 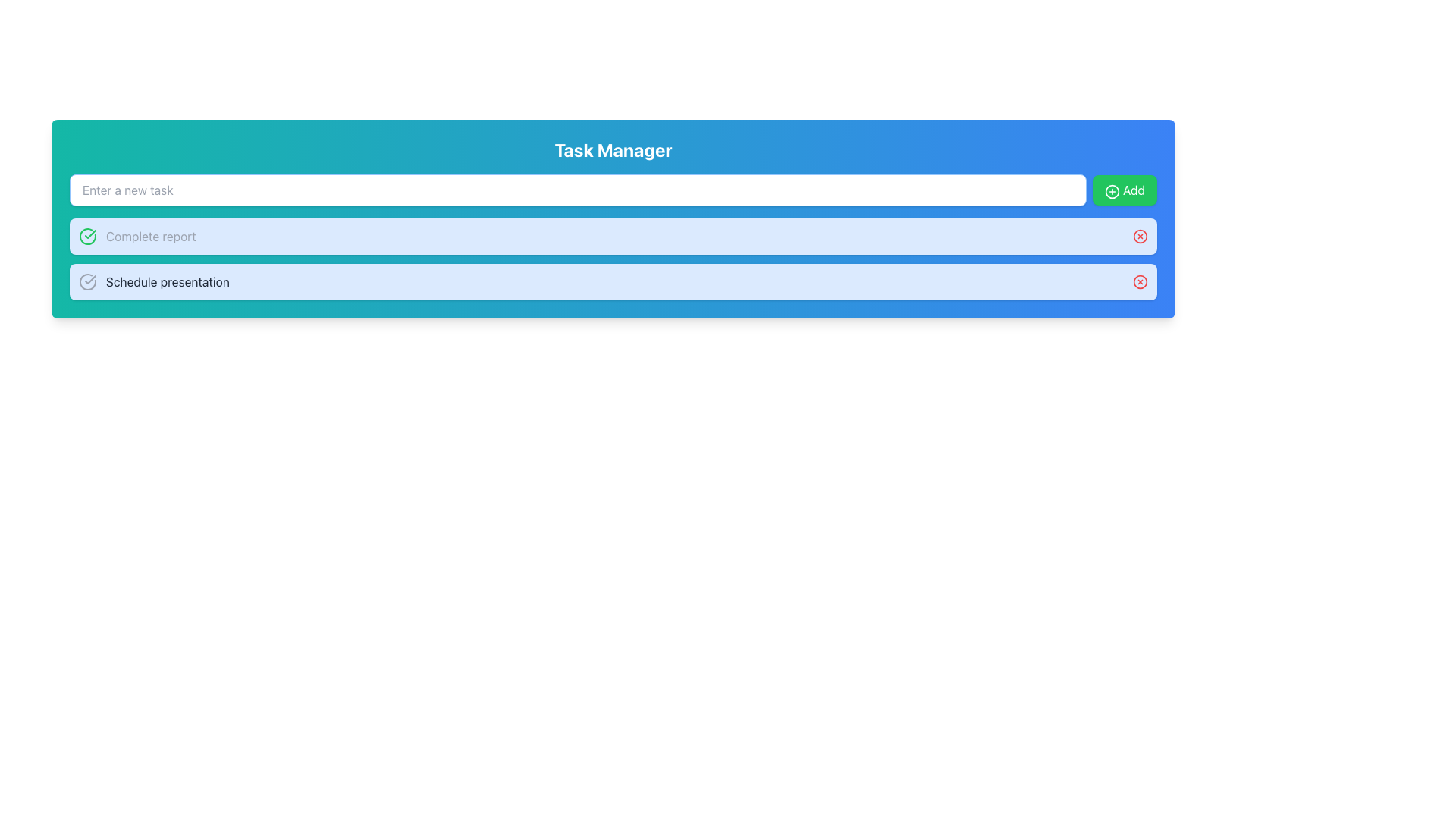 I want to click on the plus icon inside the 'Add' button with a green background, so click(x=1112, y=190).